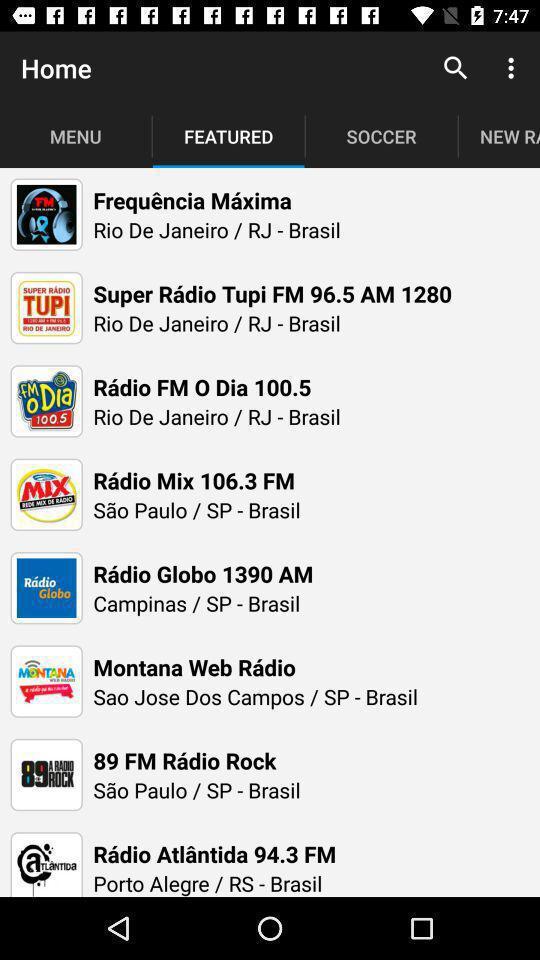 The height and width of the screenshot is (960, 540). Describe the element at coordinates (455, 68) in the screenshot. I see `icon to the right of soccer` at that location.